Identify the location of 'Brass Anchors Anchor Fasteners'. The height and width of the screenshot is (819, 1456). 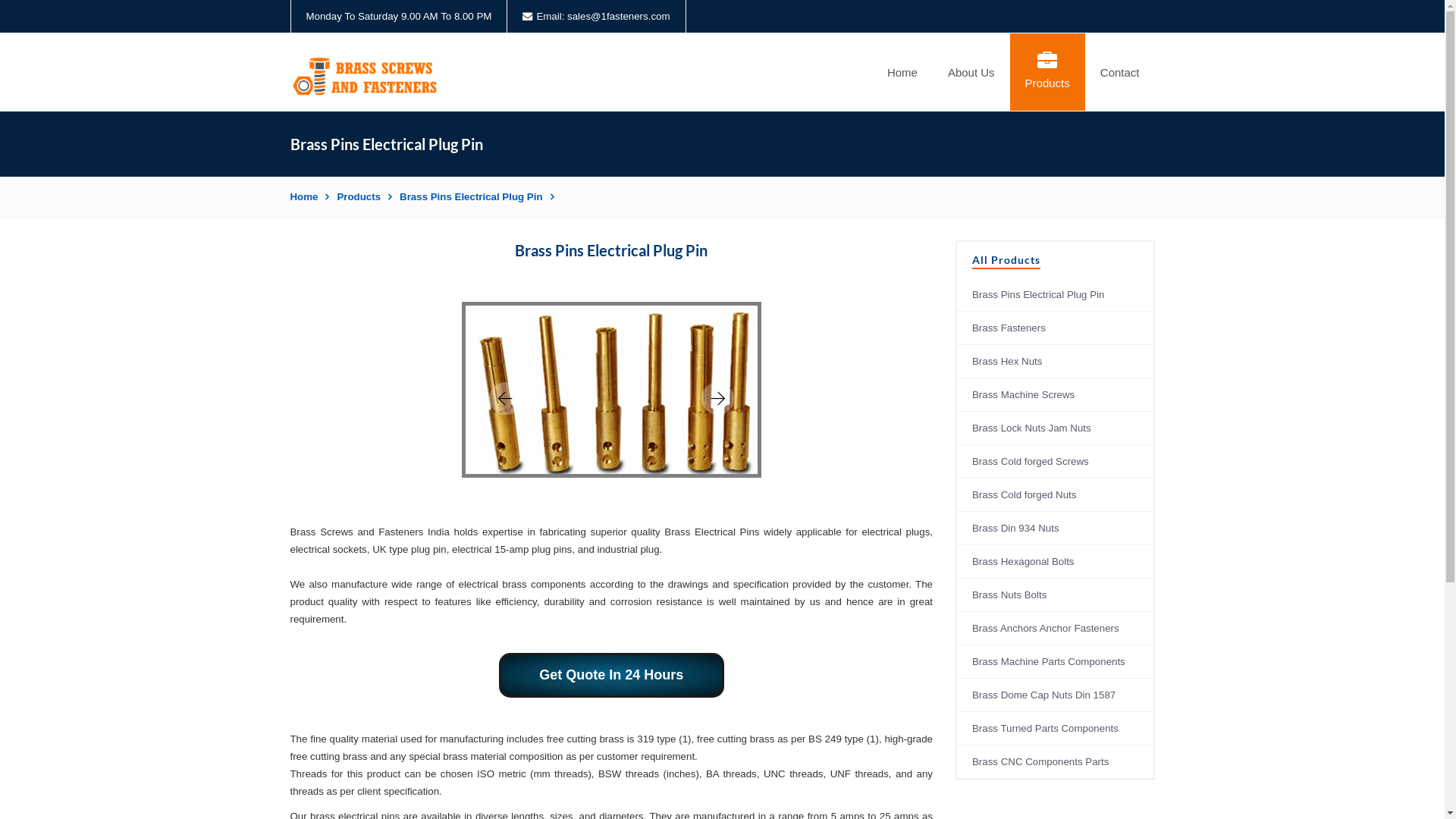
(1054, 629).